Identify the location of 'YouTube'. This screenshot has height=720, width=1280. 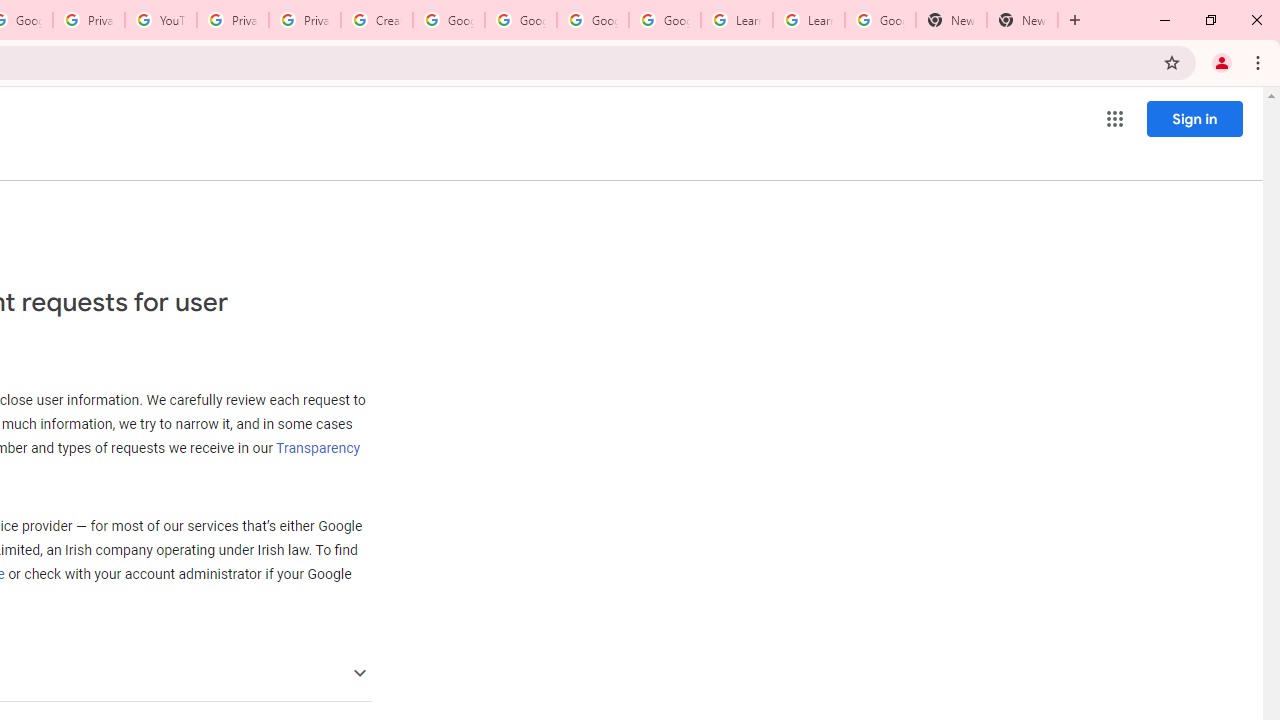
(161, 20).